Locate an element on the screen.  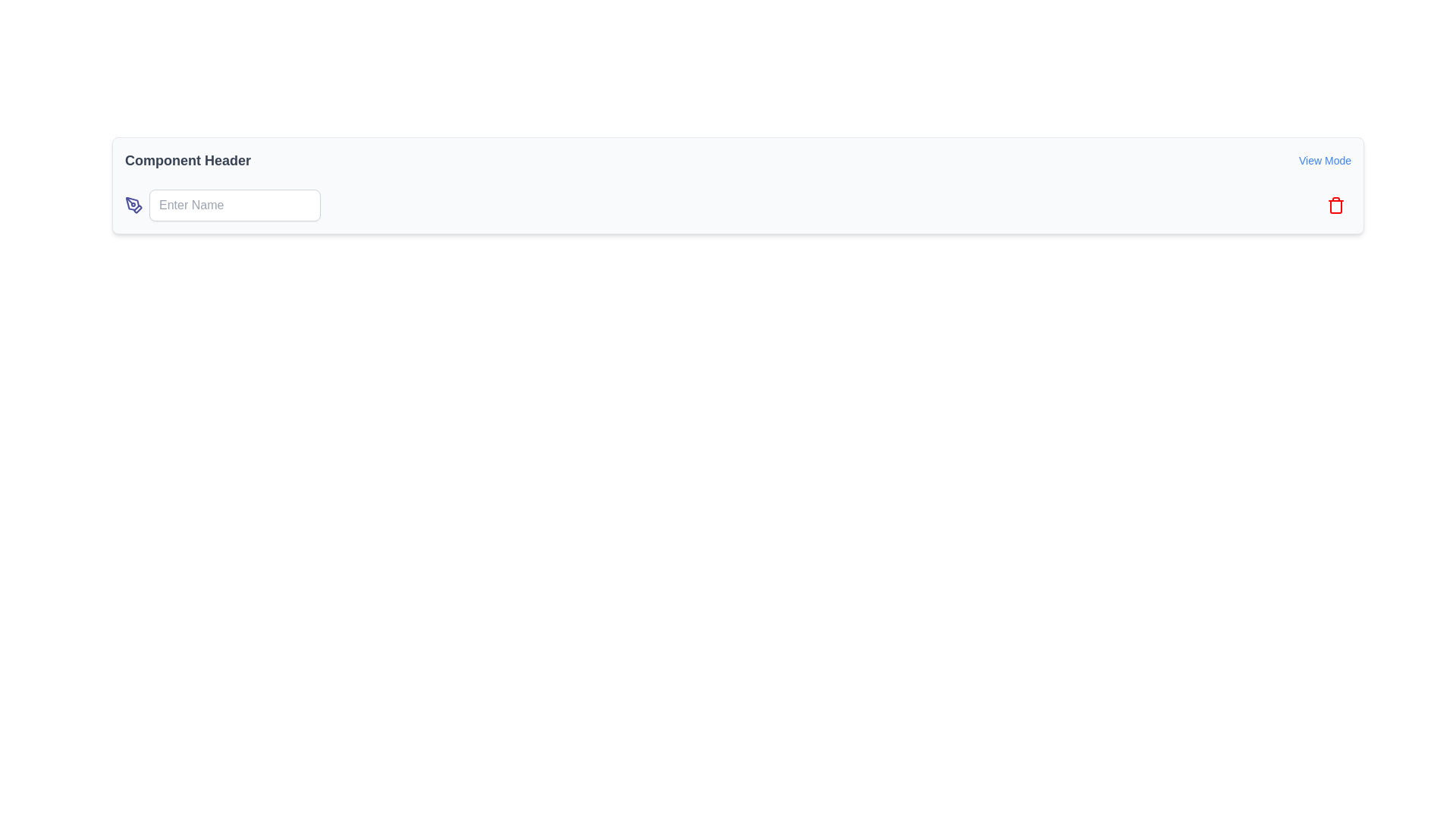
the trash bin icon button, outlined in red, located in the upper-right corner of the interface is located at coordinates (1335, 205).